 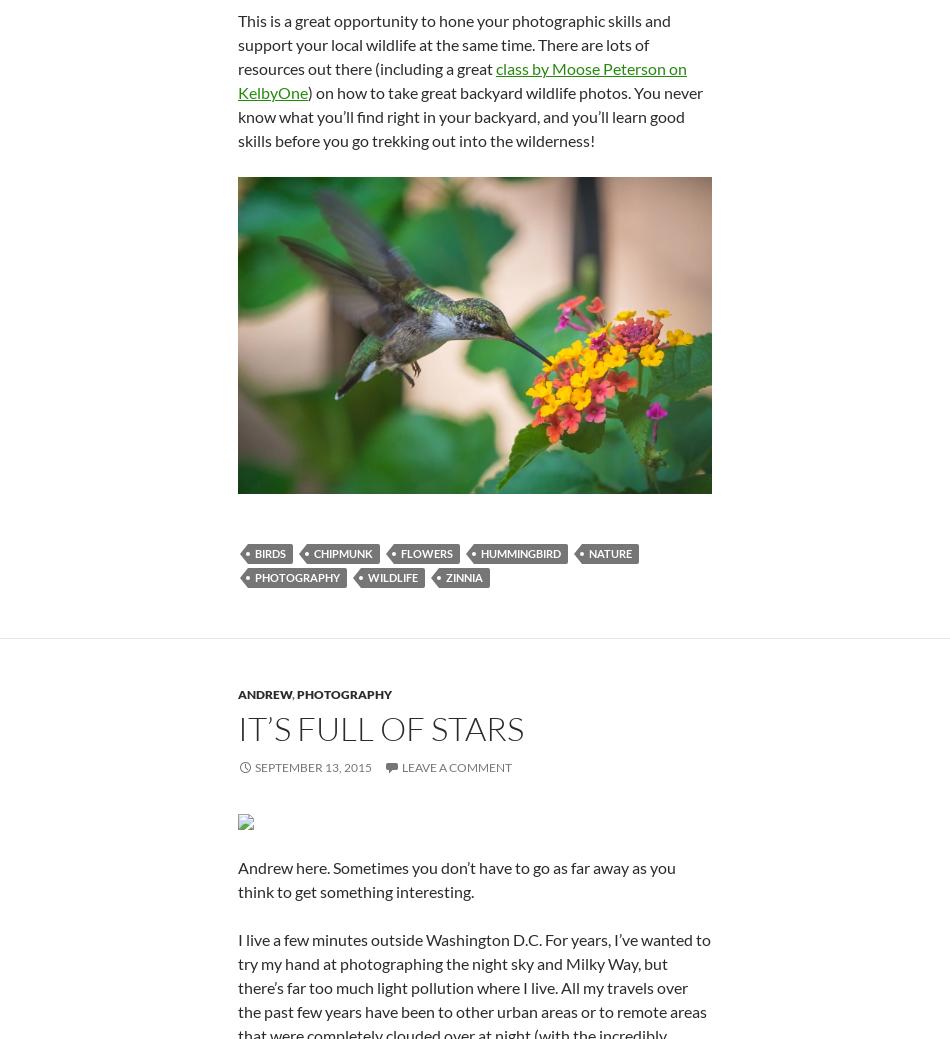 What do you see at coordinates (293, 692) in the screenshot?
I see `','` at bounding box center [293, 692].